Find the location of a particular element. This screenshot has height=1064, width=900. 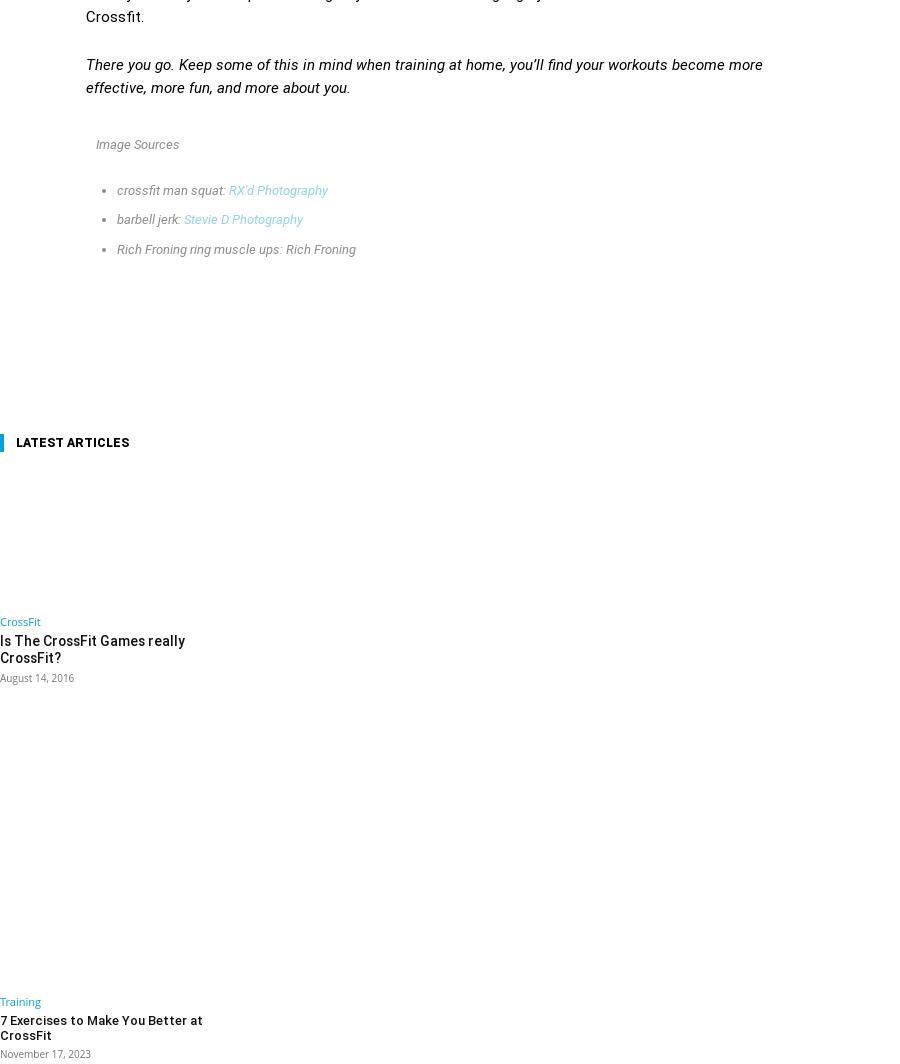

'7 Exercises to Make You Better at CrossFit' is located at coordinates (108, 1016).